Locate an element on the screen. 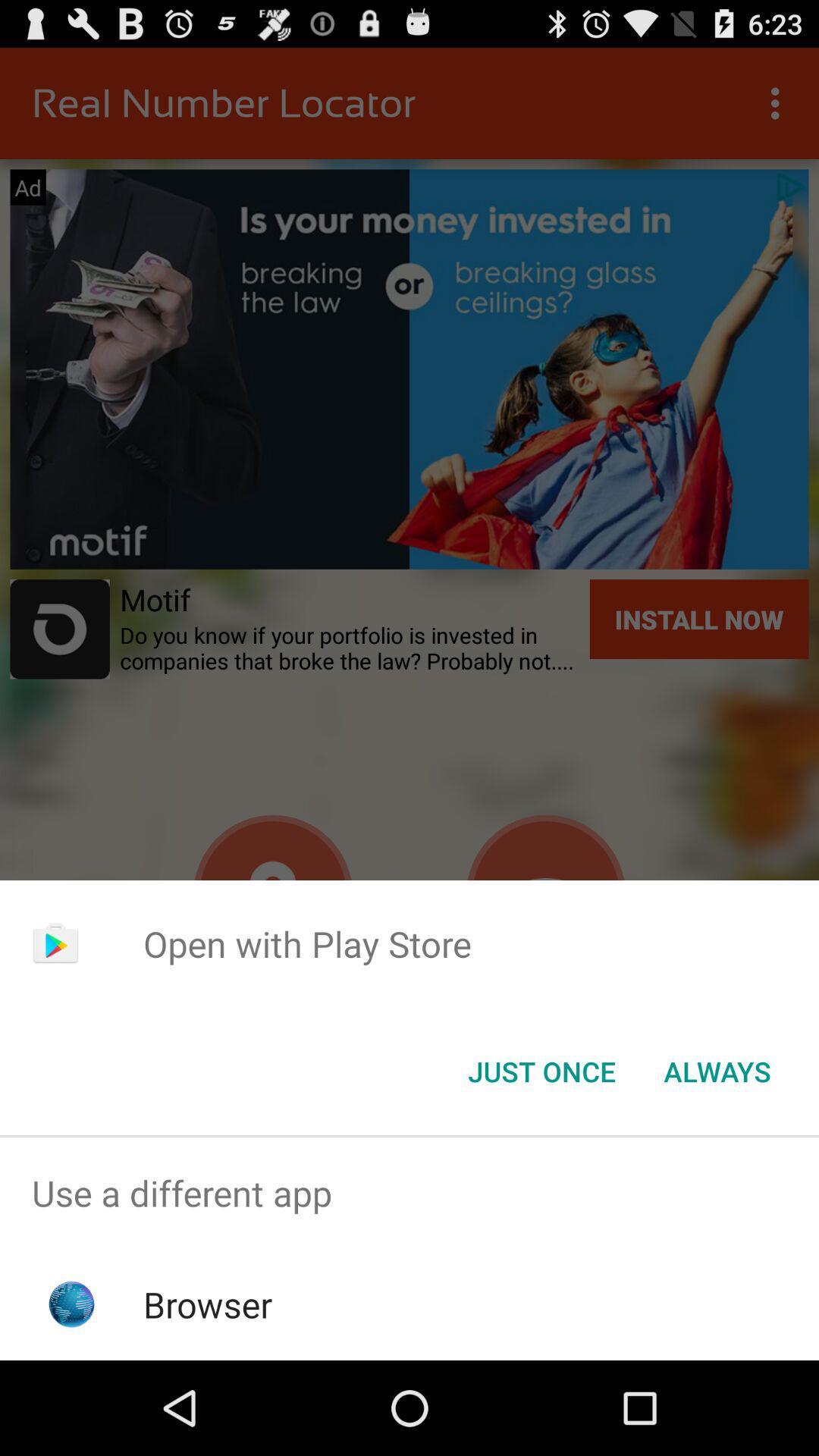  the always button is located at coordinates (717, 1070).